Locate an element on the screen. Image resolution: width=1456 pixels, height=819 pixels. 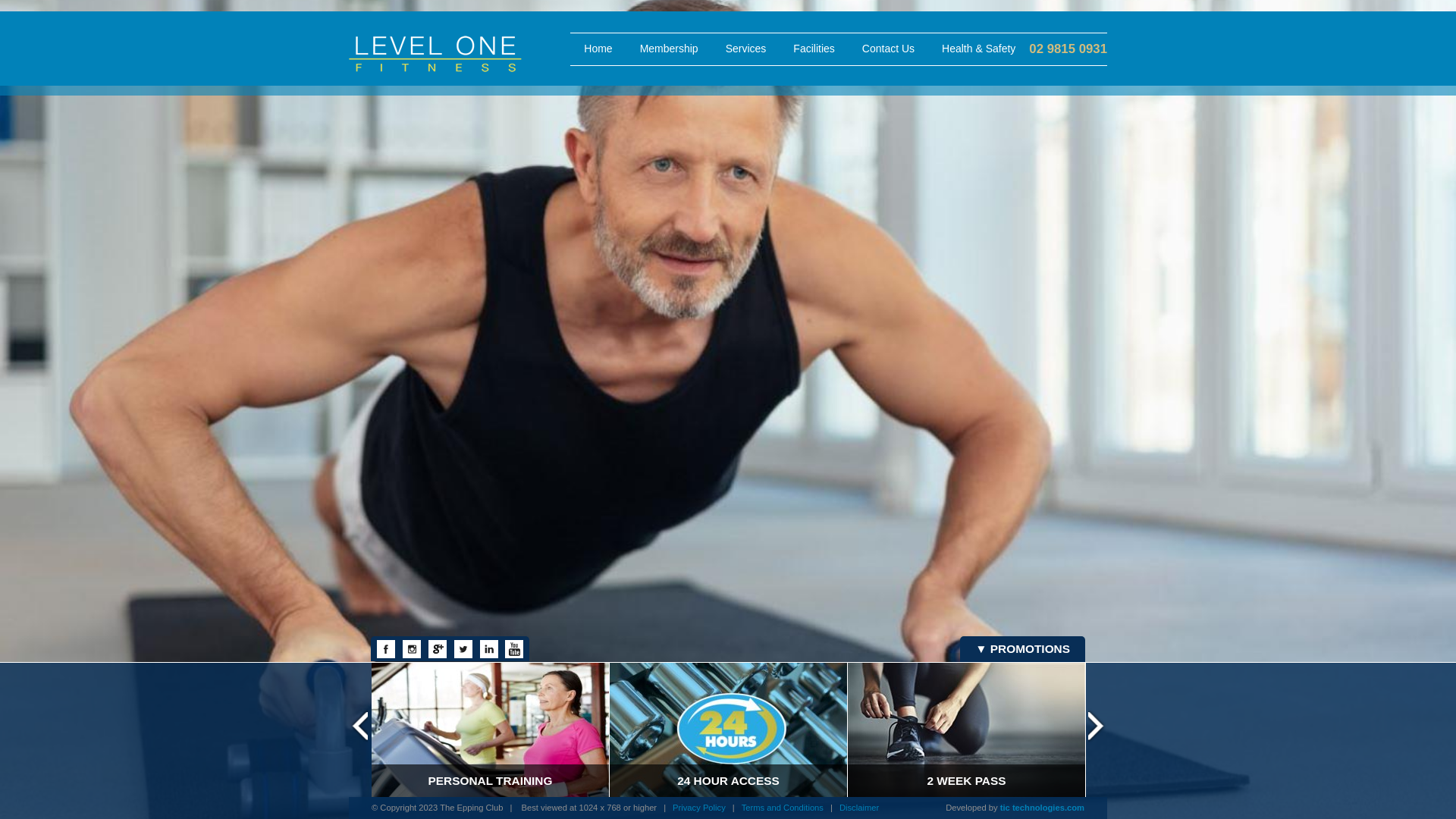
'Home' is located at coordinates (597, 49).